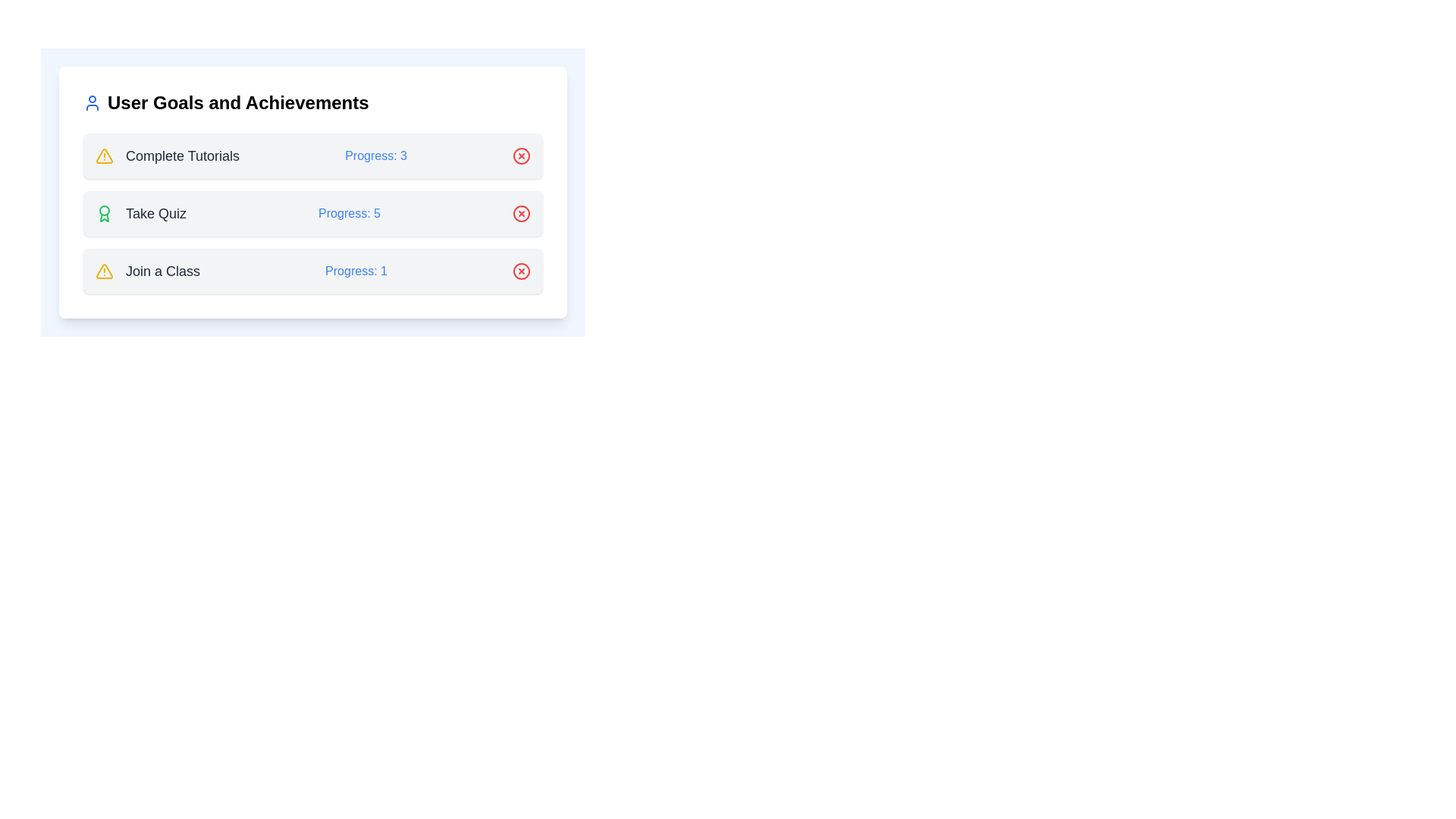 This screenshot has width=1456, height=819. I want to click on the decorative graphical circle element in the 'User Goals and Achievements' interface, located at the far right of the third control section, if it is interactive, so click(521, 213).